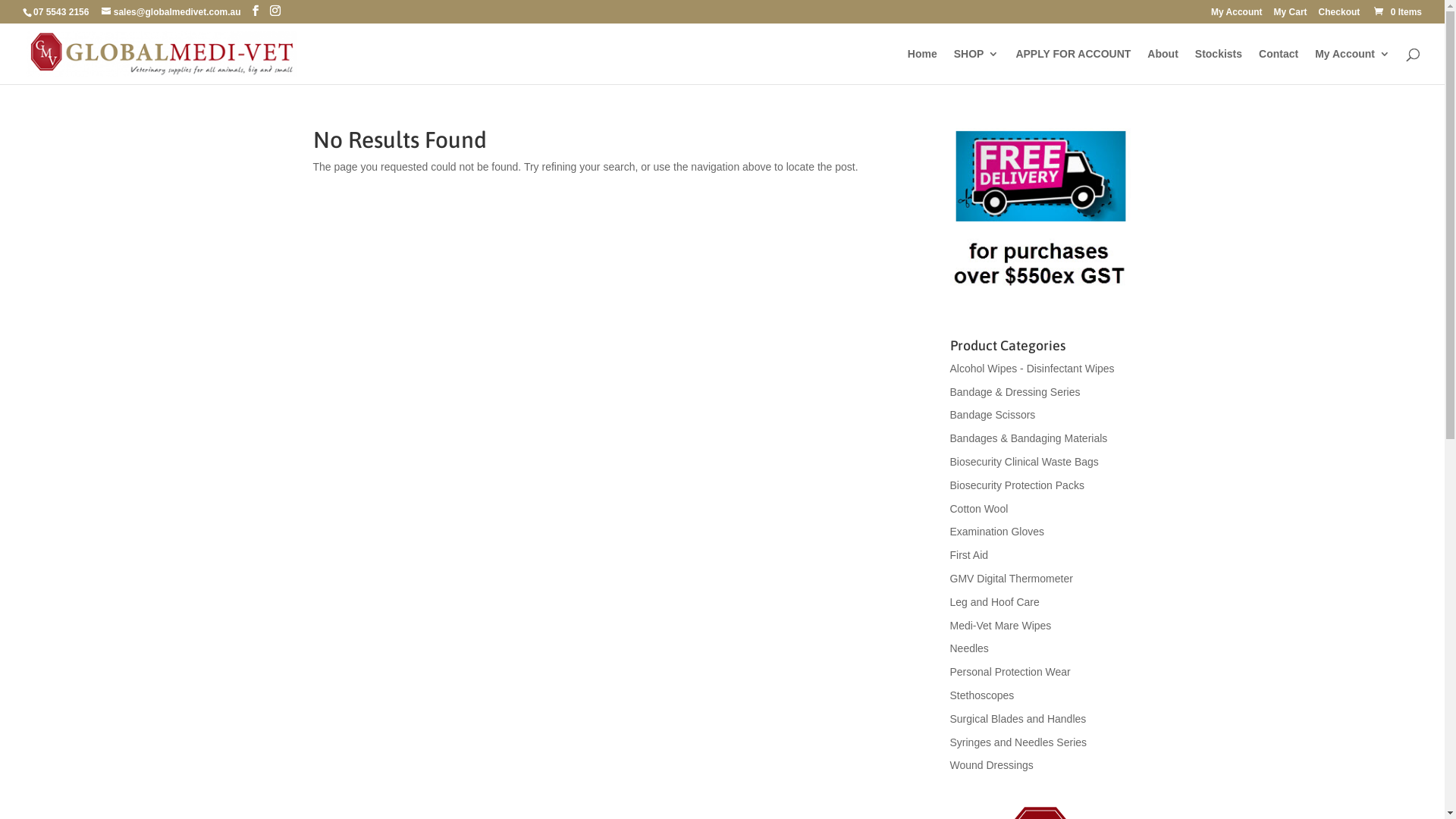 The height and width of the screenshot is (819, 1456). Describe the element at coordinates (101, 11) in the screenshot. I see `'sales@globalmedivet.com.au'` at that location.